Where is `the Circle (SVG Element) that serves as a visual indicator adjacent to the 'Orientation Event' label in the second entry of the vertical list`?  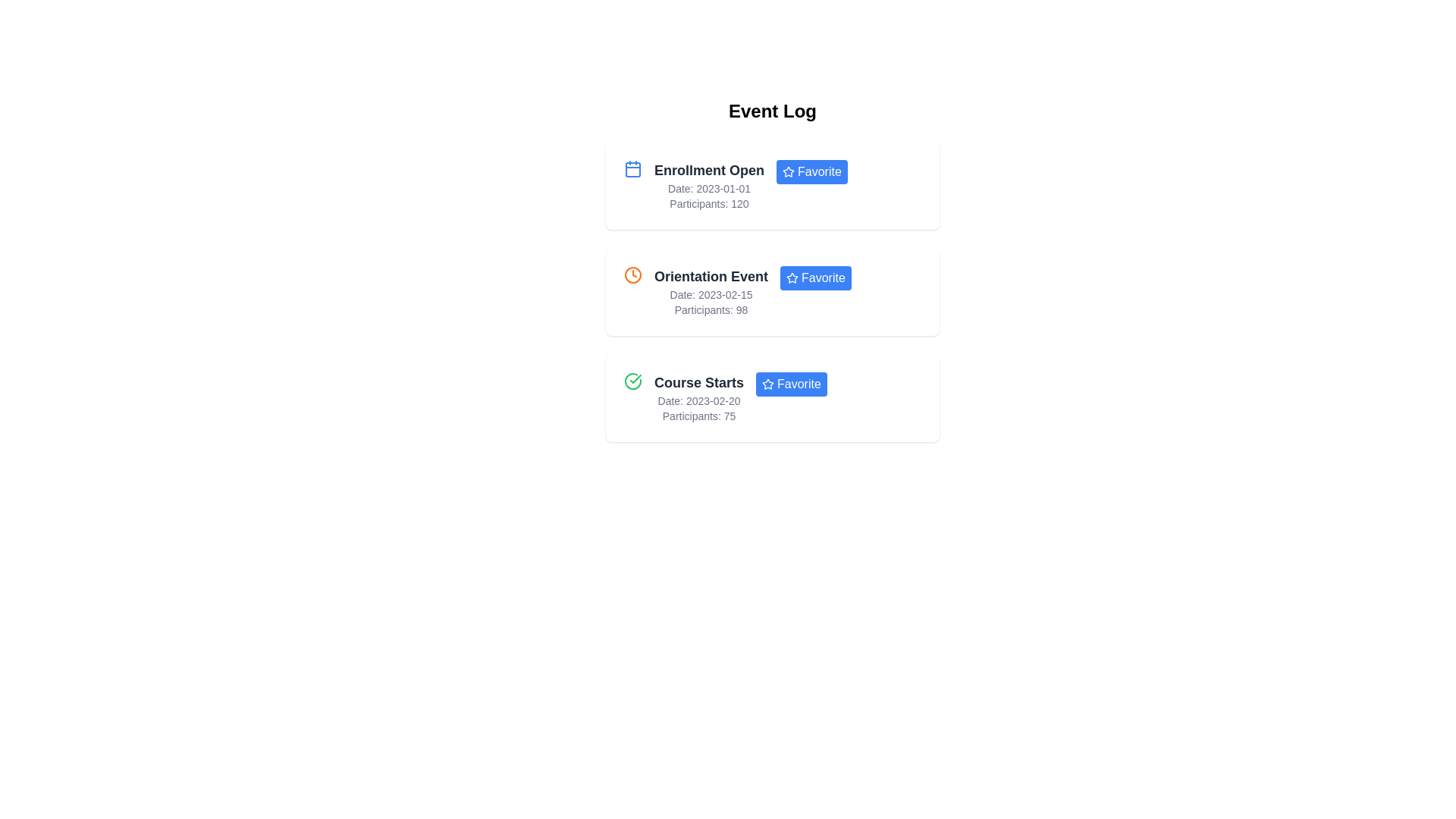 the Circle (SVG Element) that serves as a visual indicator adjacent to the 'Orientation Event' label in the second entry of the vertical list is located at coordinates (633, 275).